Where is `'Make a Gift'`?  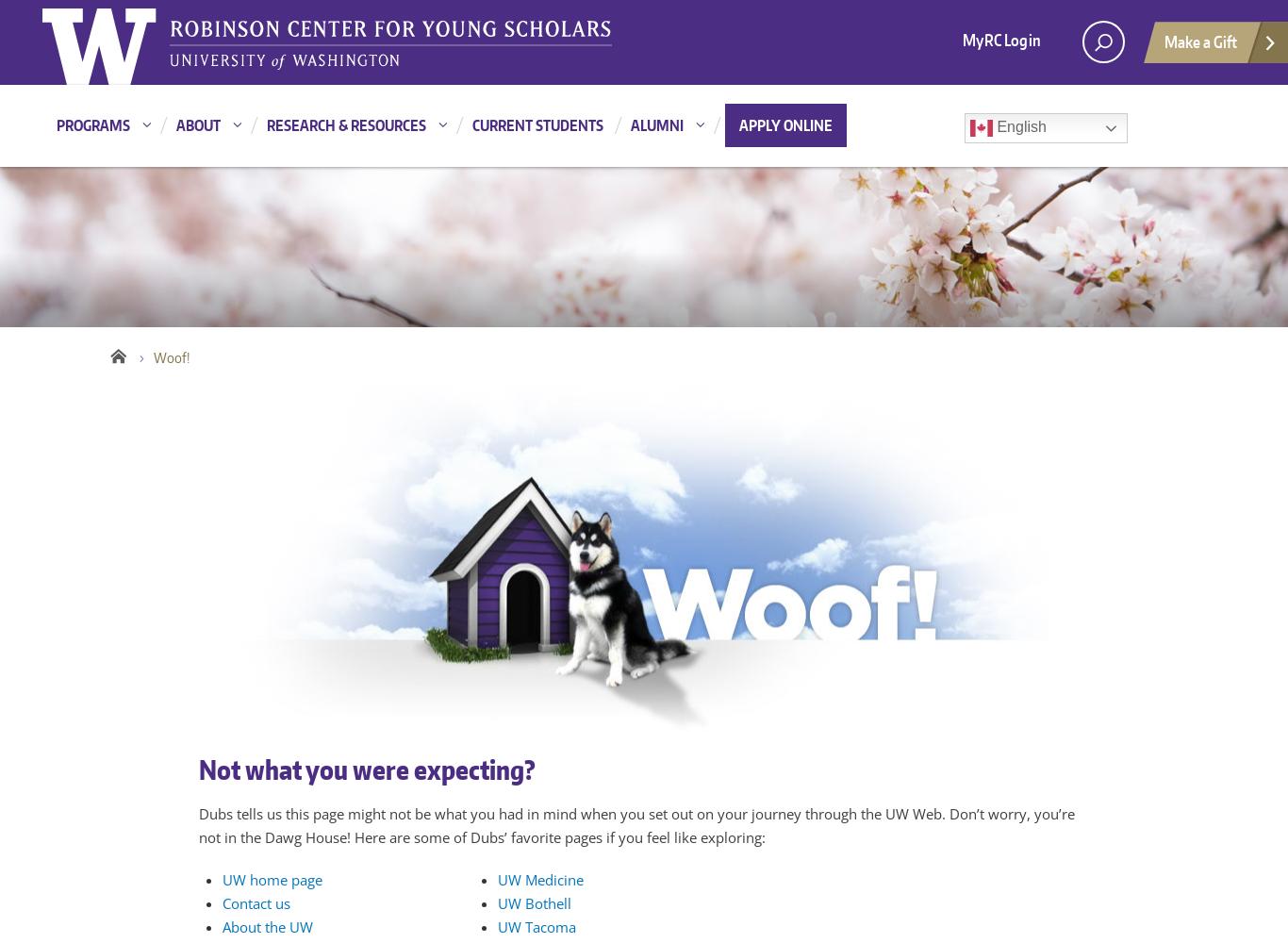 'Make a Gift' is located at coordinates (1199, 41).